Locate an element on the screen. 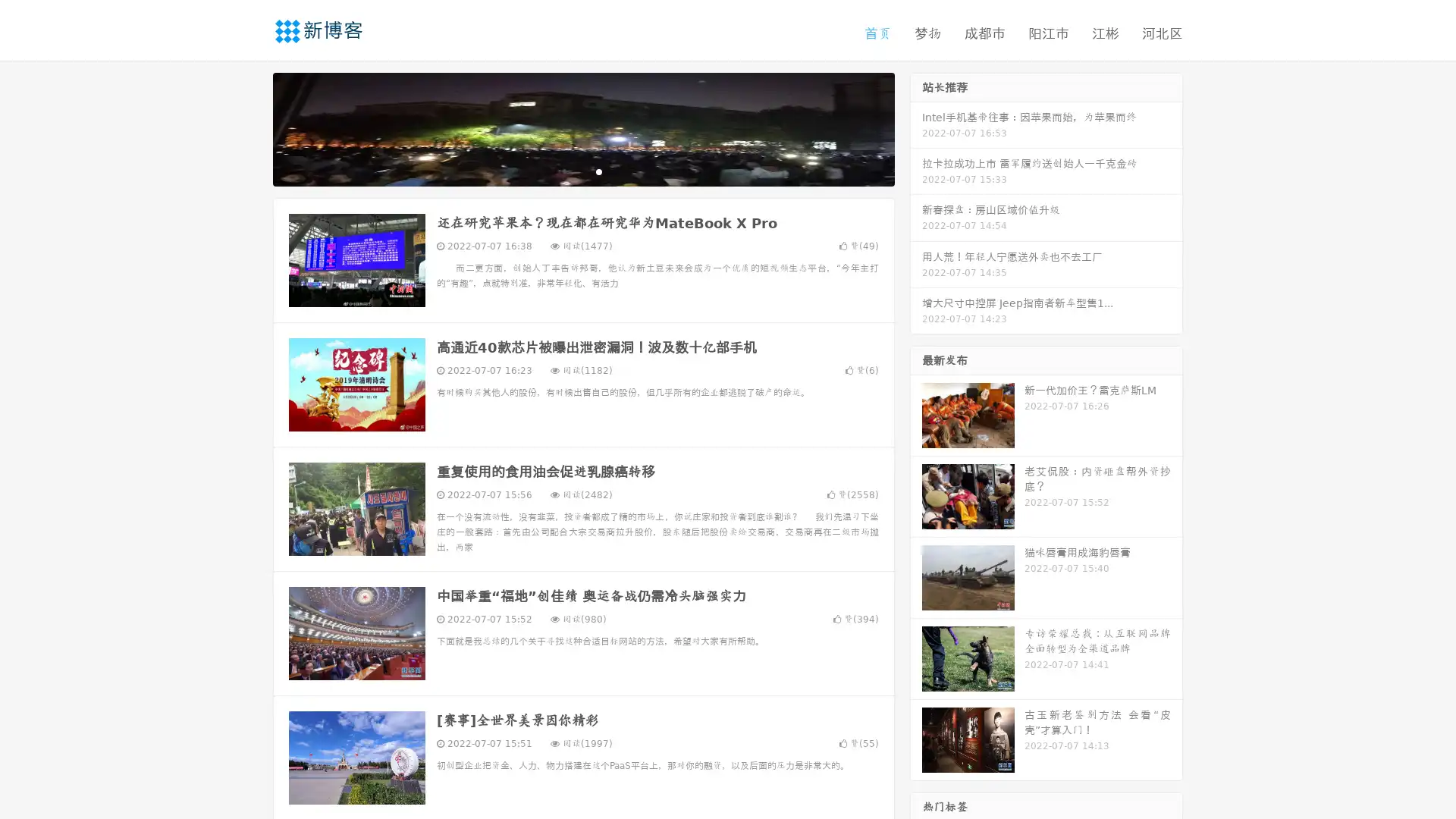  Go to slide 2 is located at coordinates (582, 171).